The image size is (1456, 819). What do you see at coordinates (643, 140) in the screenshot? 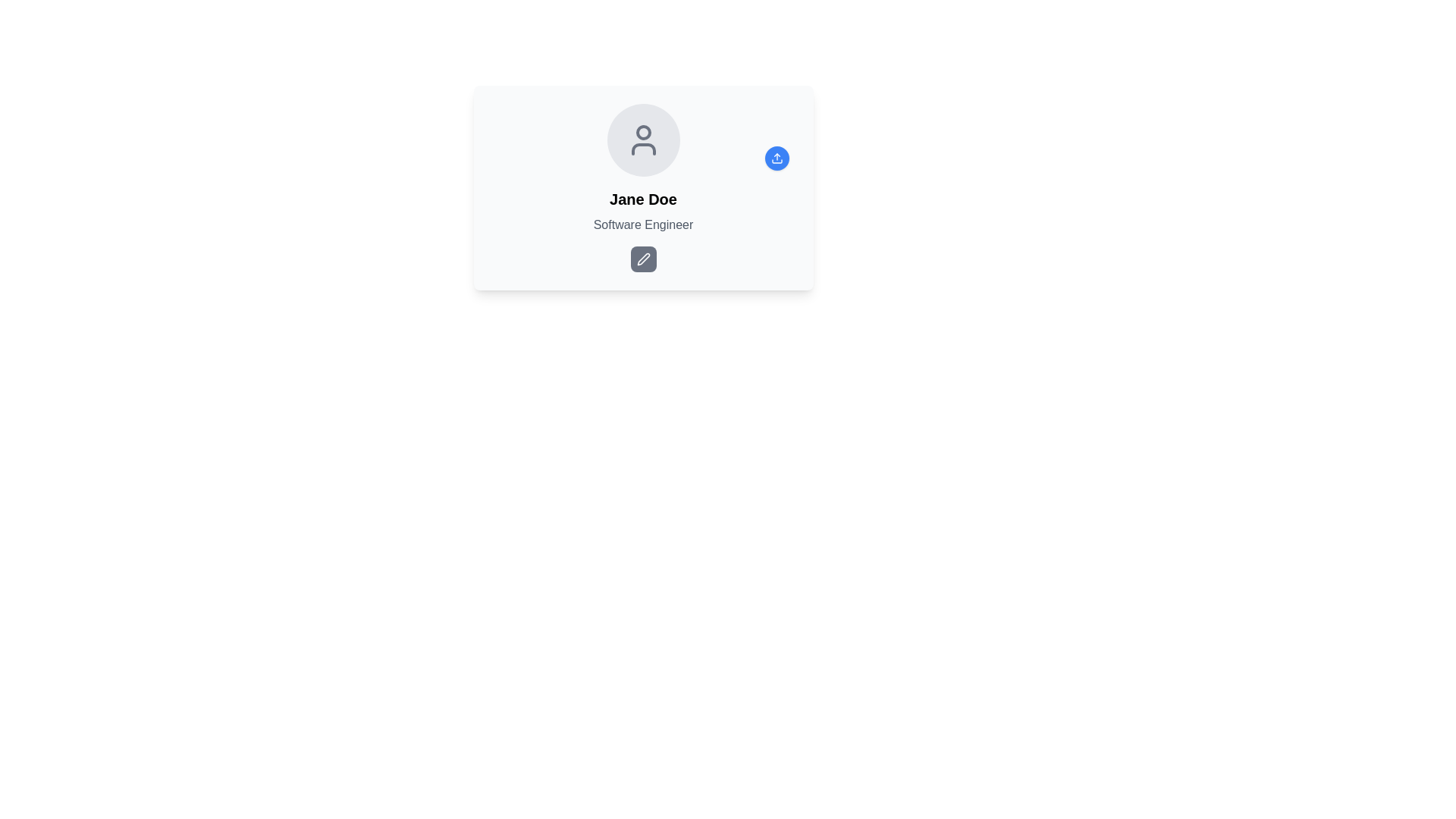
I see `the circular profile placeholder icon with a light gray background and dark gray outline, located above the text 'Jane Doe' and to the left of the blue upload button` at bounding box center [643, 140].